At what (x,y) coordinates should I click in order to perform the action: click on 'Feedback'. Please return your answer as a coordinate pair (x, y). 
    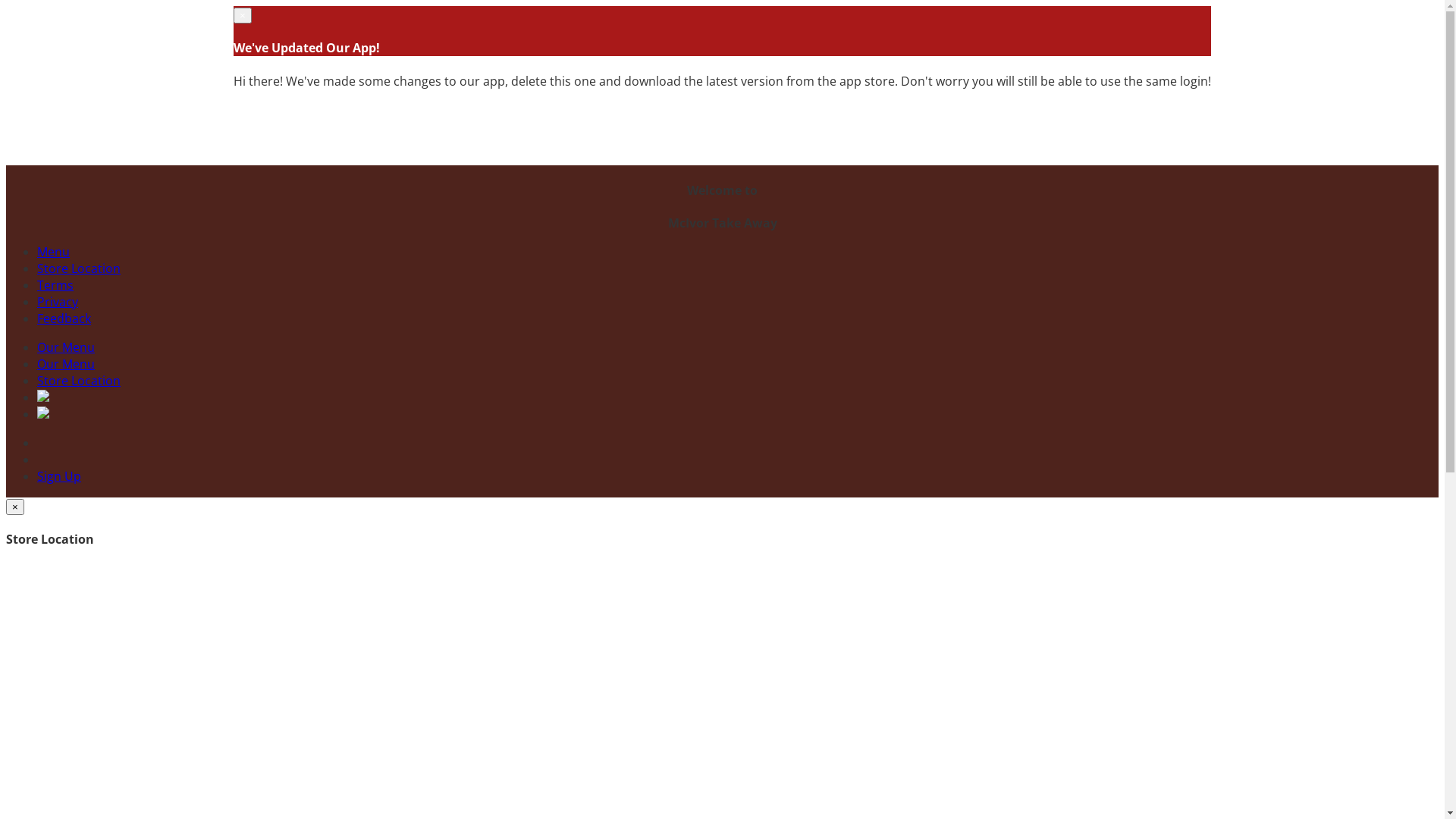
    Looking at the image, I should click on (36, 318).